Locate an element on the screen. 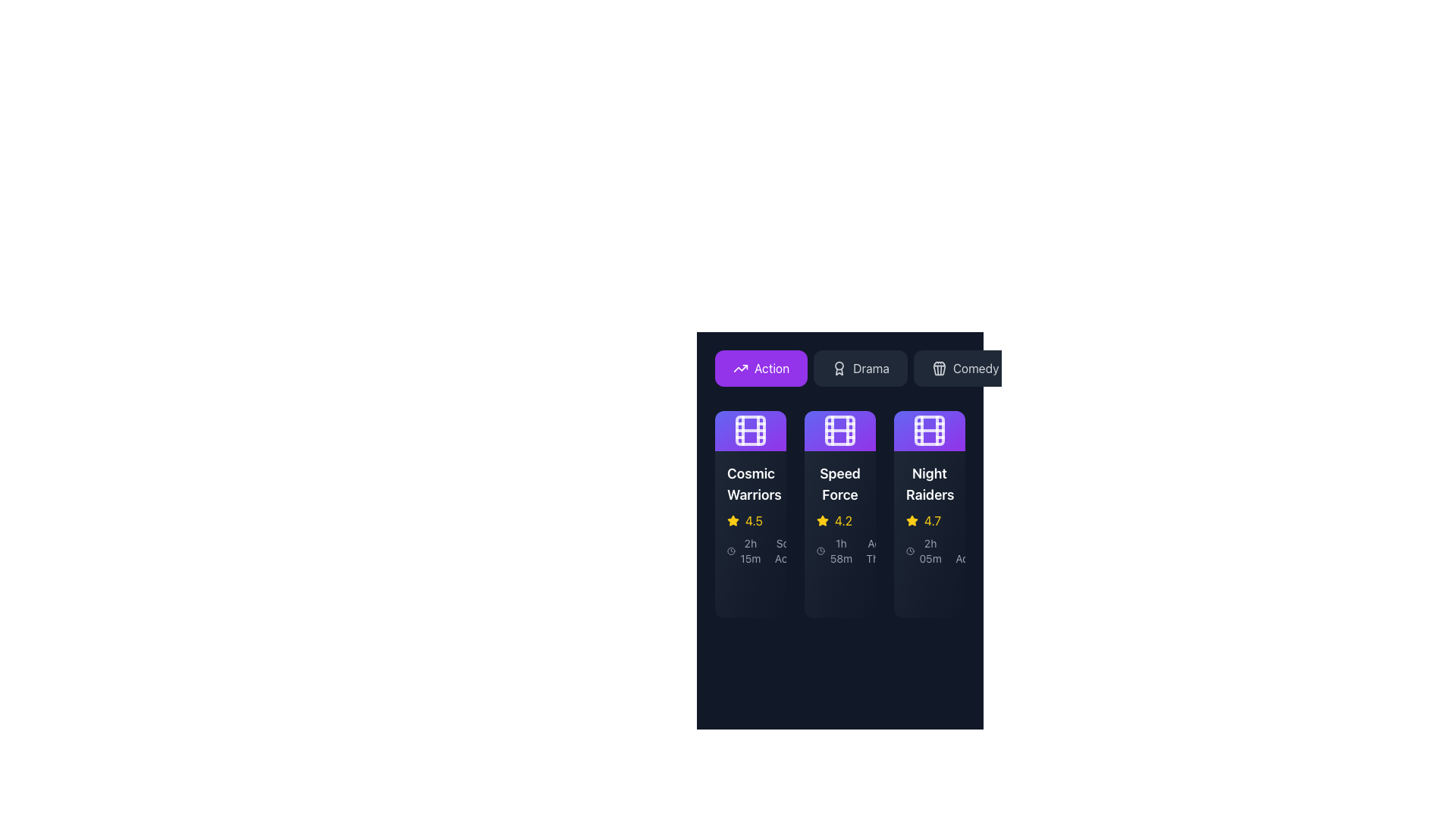  the SVG graphic icon that serves as a decorative representation within the UI, positioned at the center coordinates of the bounding box is located at coordinates (938, 370).